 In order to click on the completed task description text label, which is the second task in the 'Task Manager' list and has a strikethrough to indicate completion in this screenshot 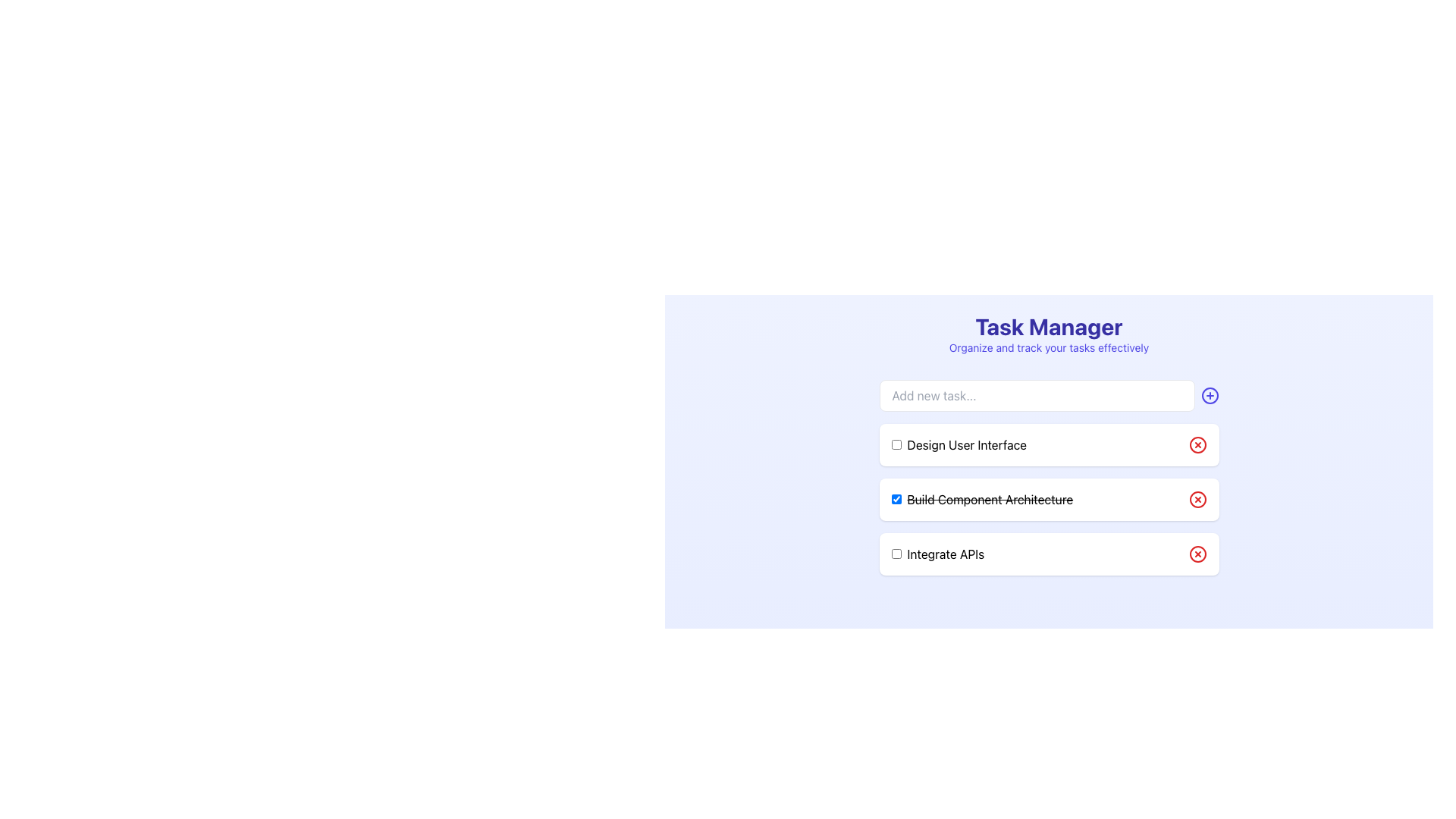, I will do `click(990, 500)`.